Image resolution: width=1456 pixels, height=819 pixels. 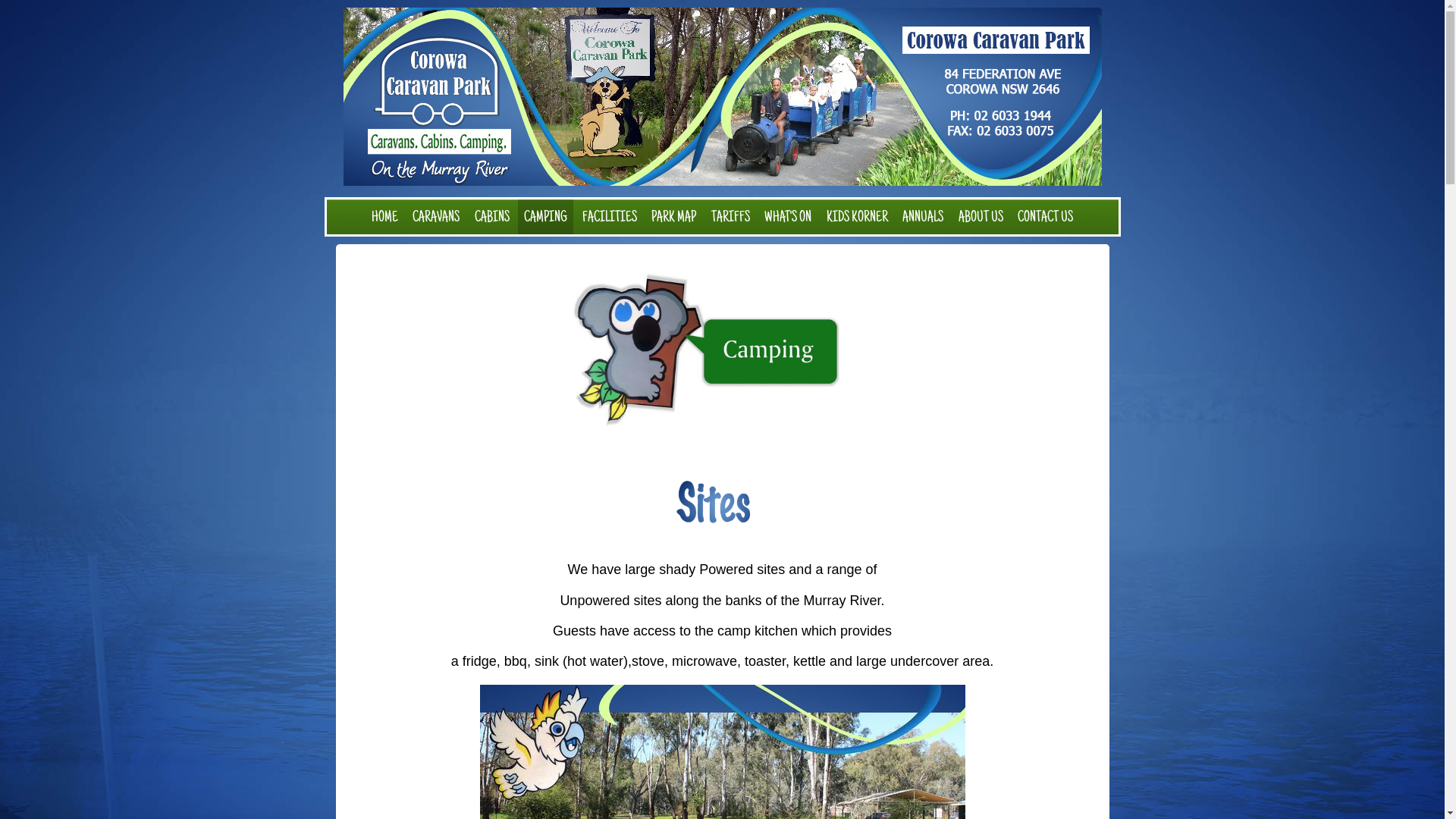 What do you see at coordinates (922, 217) in the screenshot?
I see `'ANNUALS'` at bounding box center [922, 217].